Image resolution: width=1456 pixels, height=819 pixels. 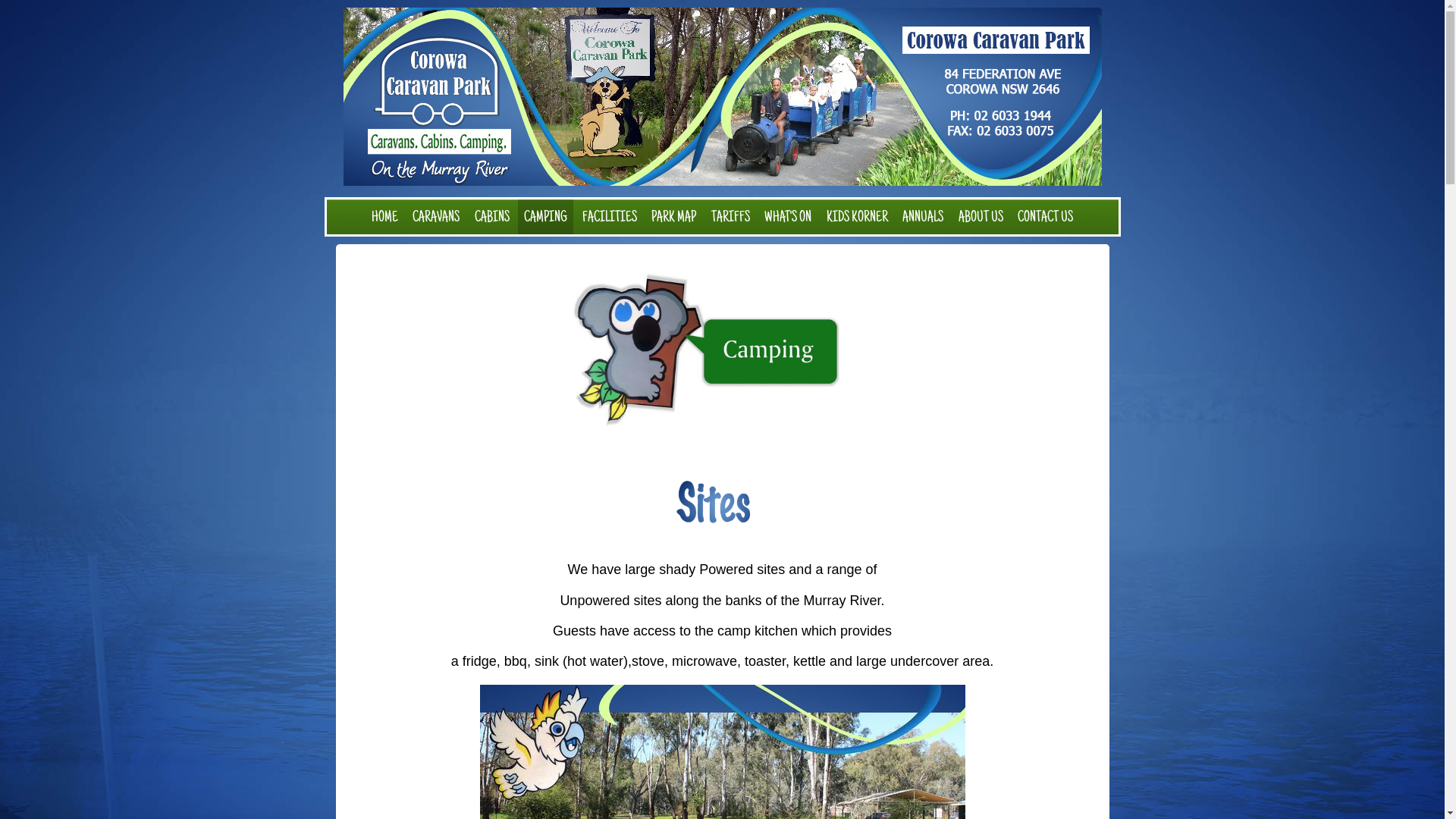 What do you see at coordinates (922, 217) in the screenshot?
I see `'ANNUALS'` at bounding box center [922, 217].